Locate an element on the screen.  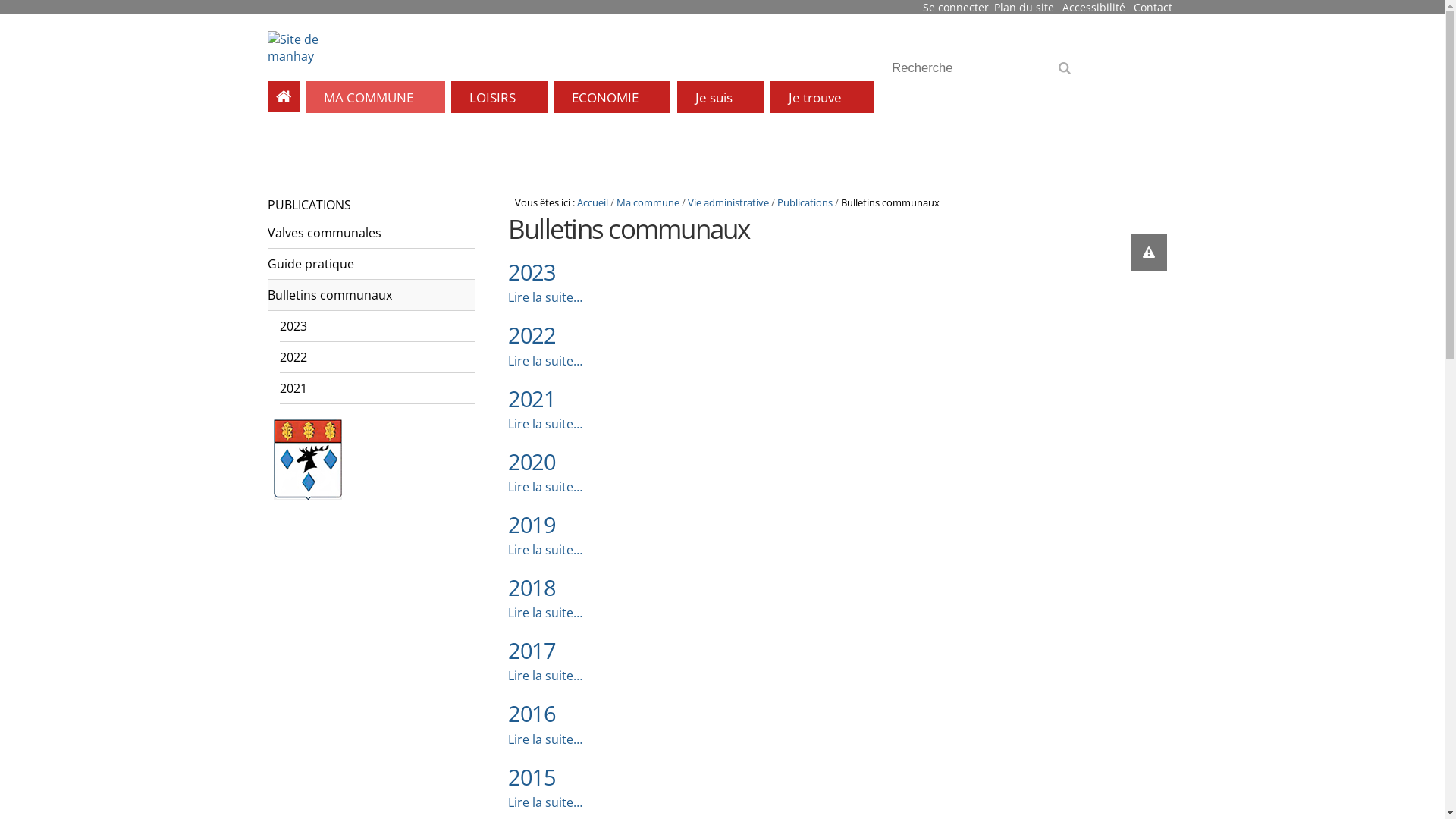
'Guide pratique' is located at coordinates (370, 263).